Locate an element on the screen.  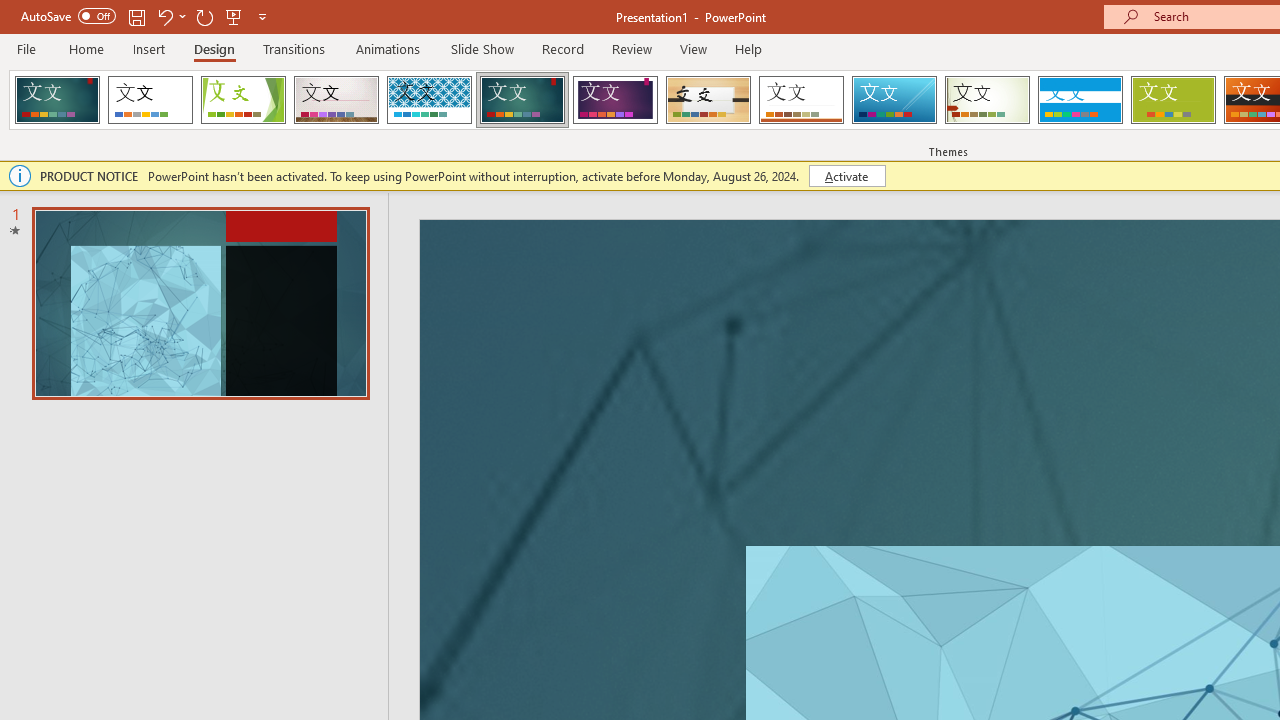
'Wisp' is located at coordinates (987, 100).